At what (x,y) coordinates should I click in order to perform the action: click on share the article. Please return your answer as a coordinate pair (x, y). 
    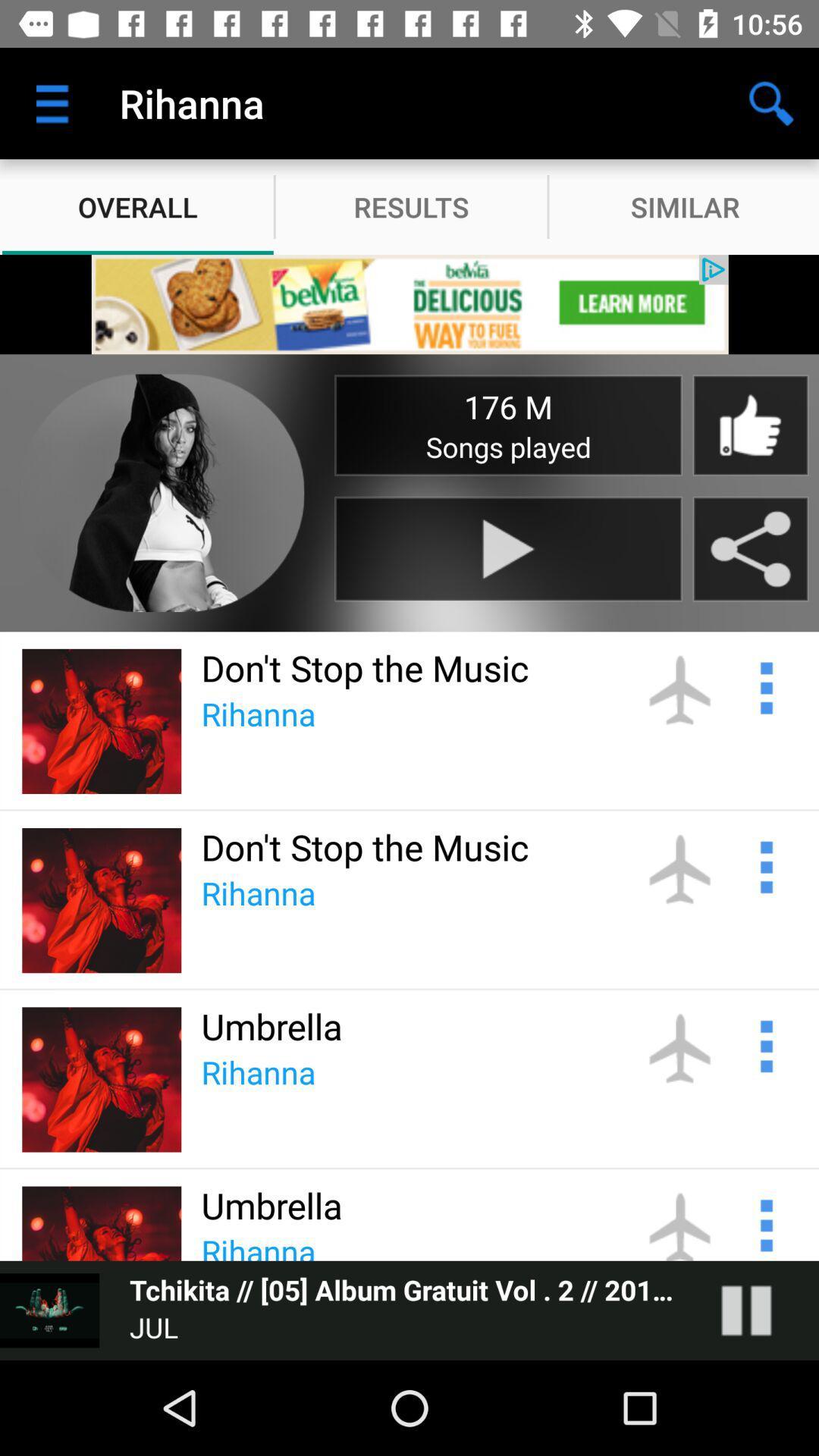
    Looking at the image, I should click on (751, 548).